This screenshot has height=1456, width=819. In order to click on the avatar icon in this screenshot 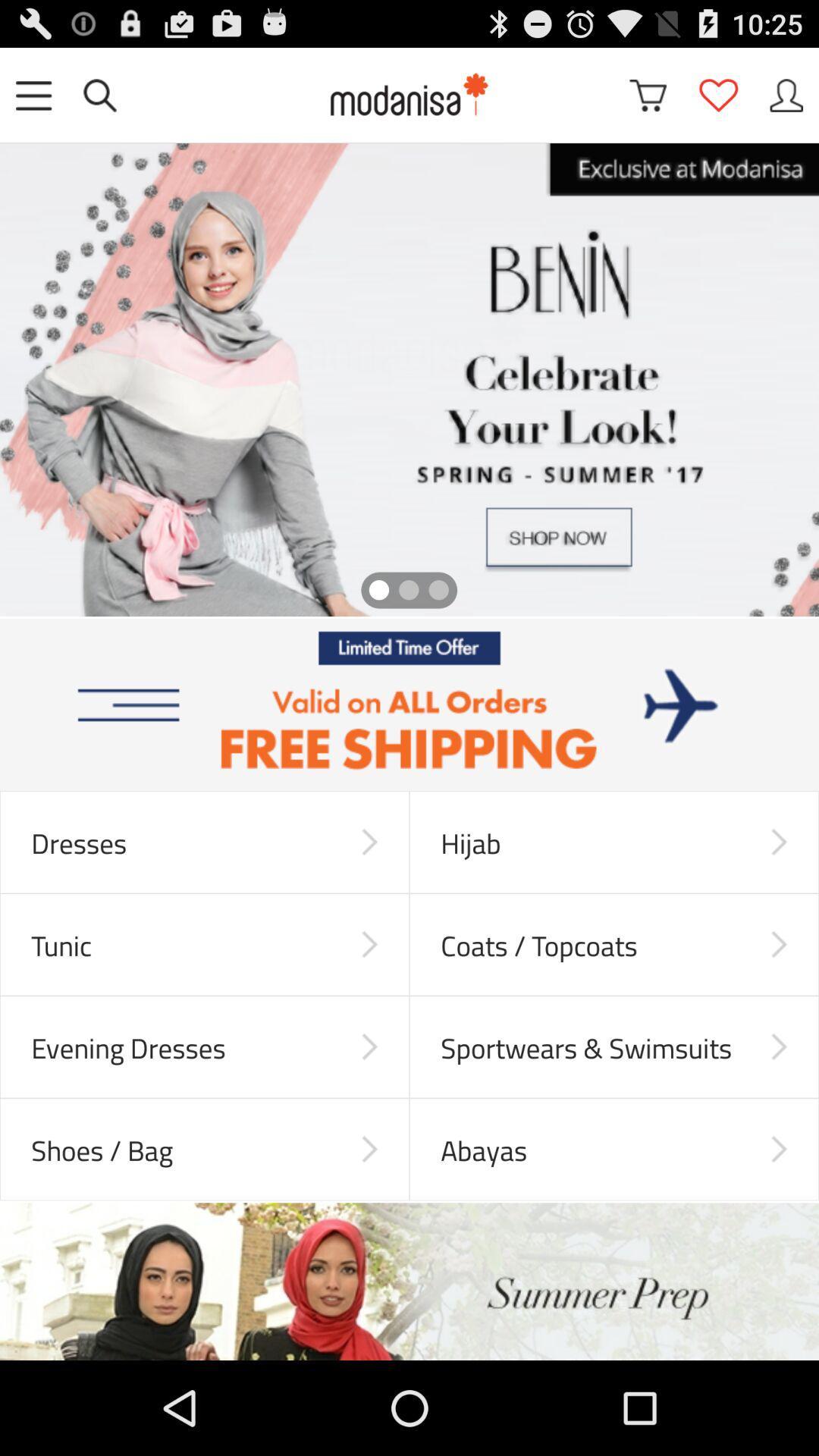, I will do `click(786, 101)`.